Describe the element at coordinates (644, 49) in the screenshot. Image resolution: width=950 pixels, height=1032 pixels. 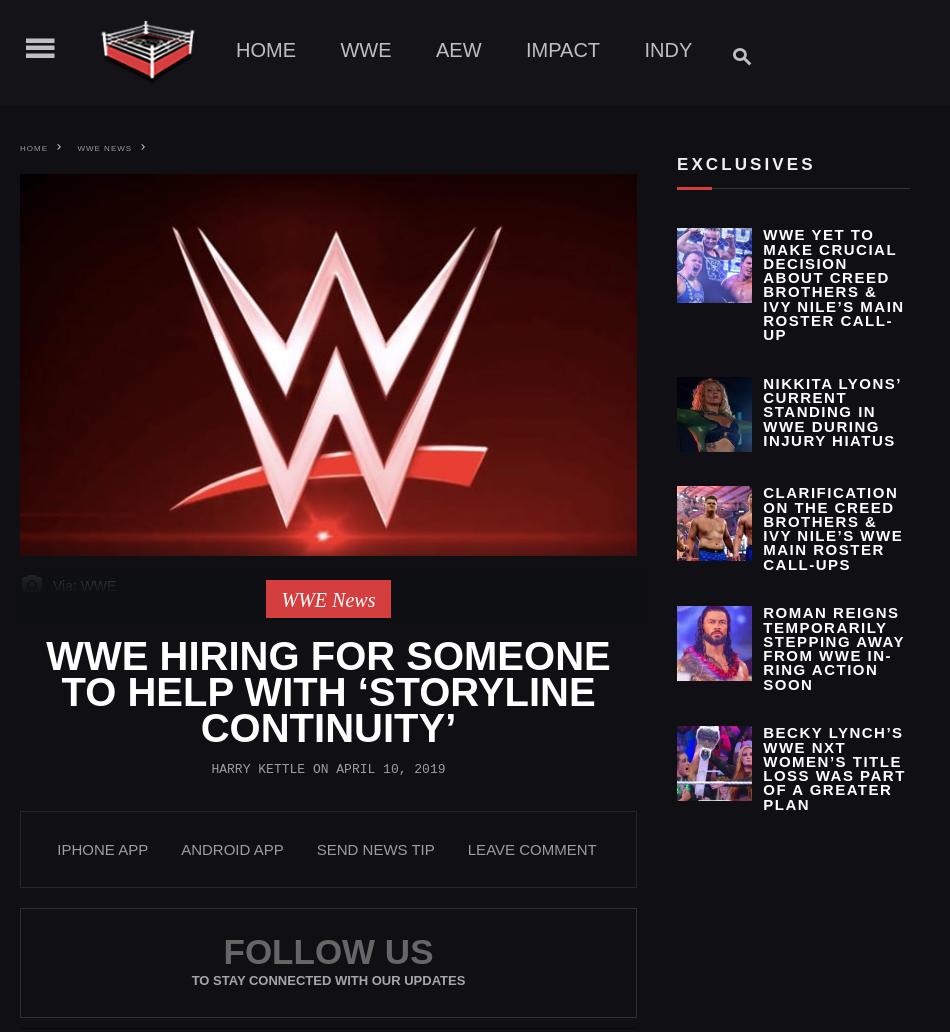
I see `'Indy'` at that location.